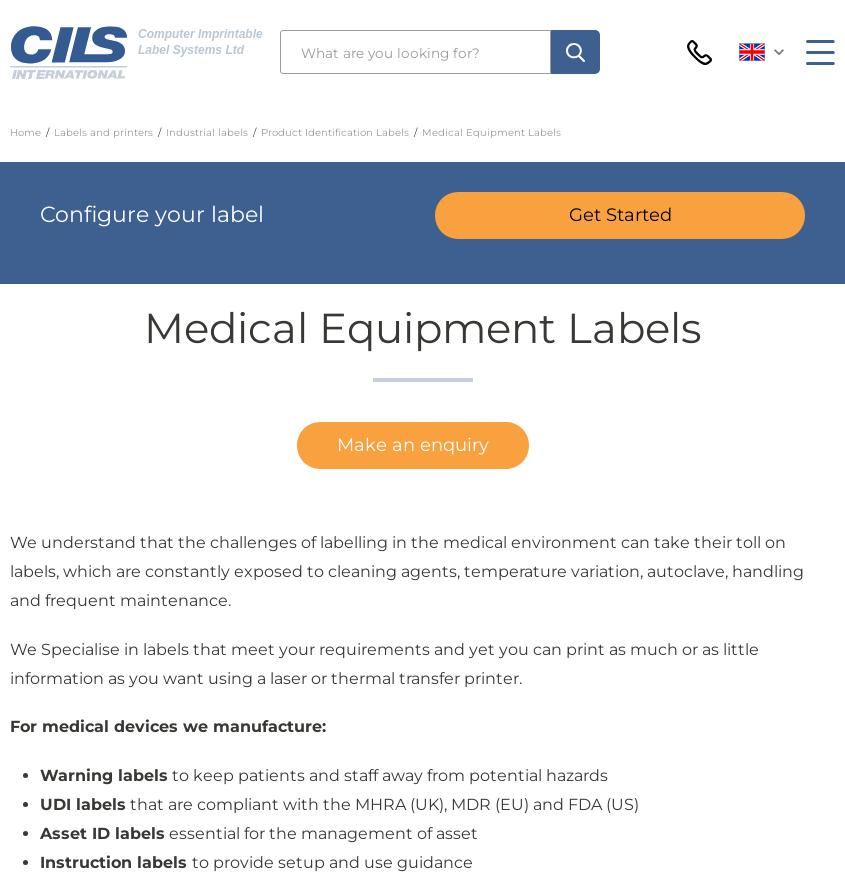 This screenshot has height=877, width=845. Describe the element at coordinates (565, 125) in the screenshot. I see `'+44 (0)1903 219000'` at that location.